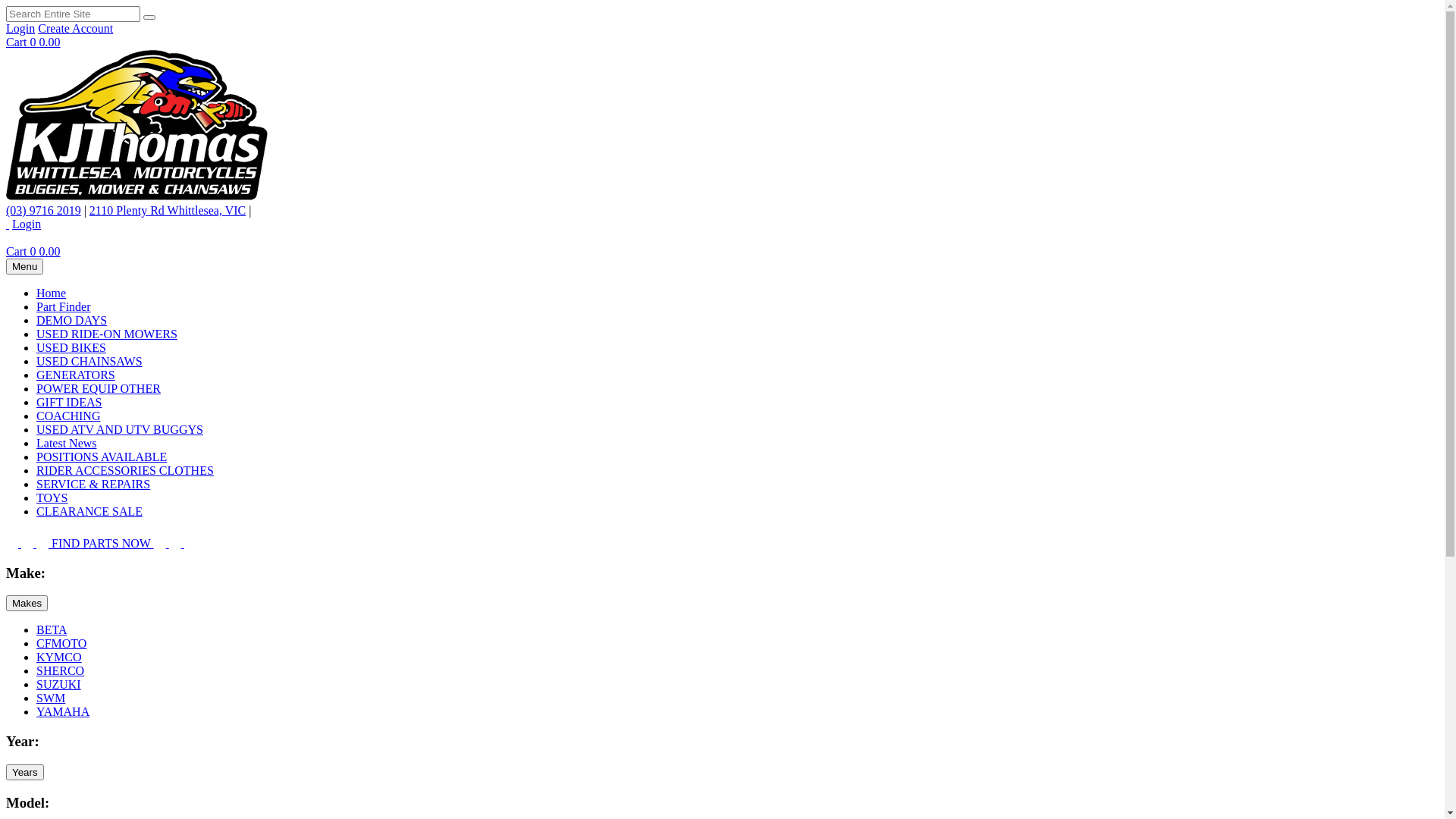  What do you see at coordinates (52, 629) in the screenshot?
I see `'BETA'` at bounding box center [52, 629].